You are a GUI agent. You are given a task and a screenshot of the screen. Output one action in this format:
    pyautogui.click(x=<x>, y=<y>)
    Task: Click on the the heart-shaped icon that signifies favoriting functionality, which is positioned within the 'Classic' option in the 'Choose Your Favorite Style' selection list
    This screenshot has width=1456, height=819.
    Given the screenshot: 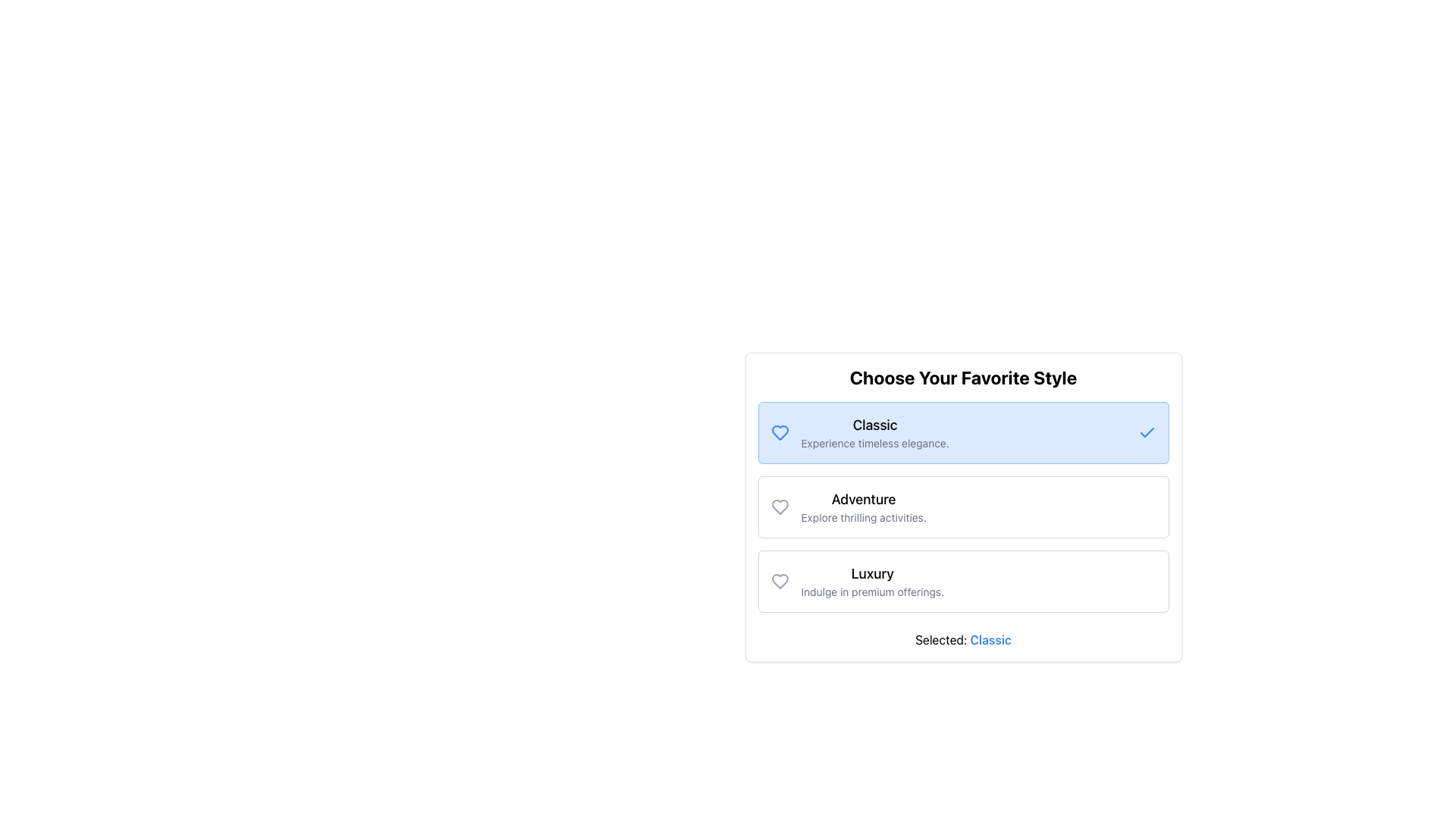 What is the action you would take?
    pyautogui.click(x=780, y=432)
    